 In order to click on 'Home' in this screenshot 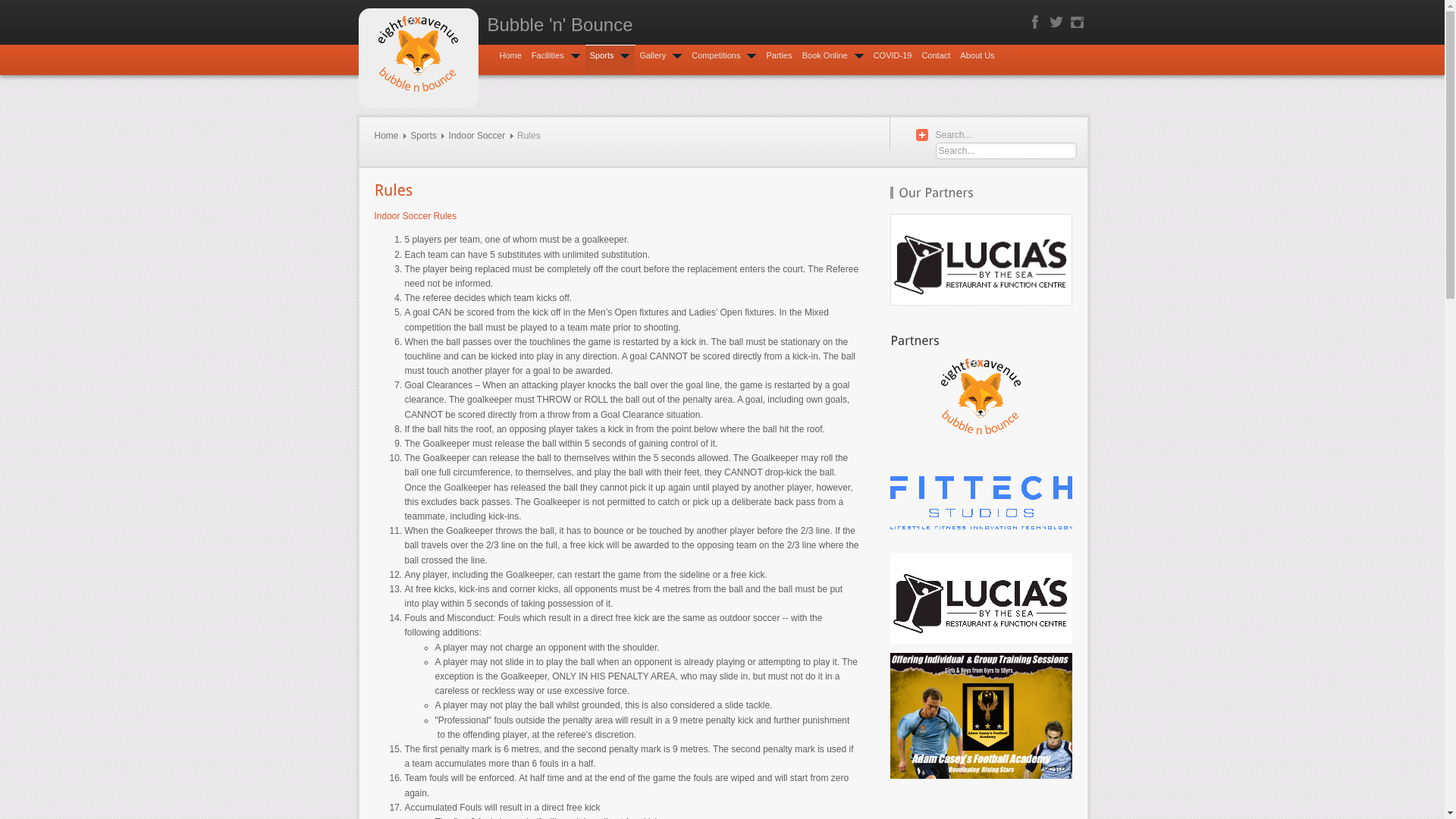, I will do `click(510, 60)`.